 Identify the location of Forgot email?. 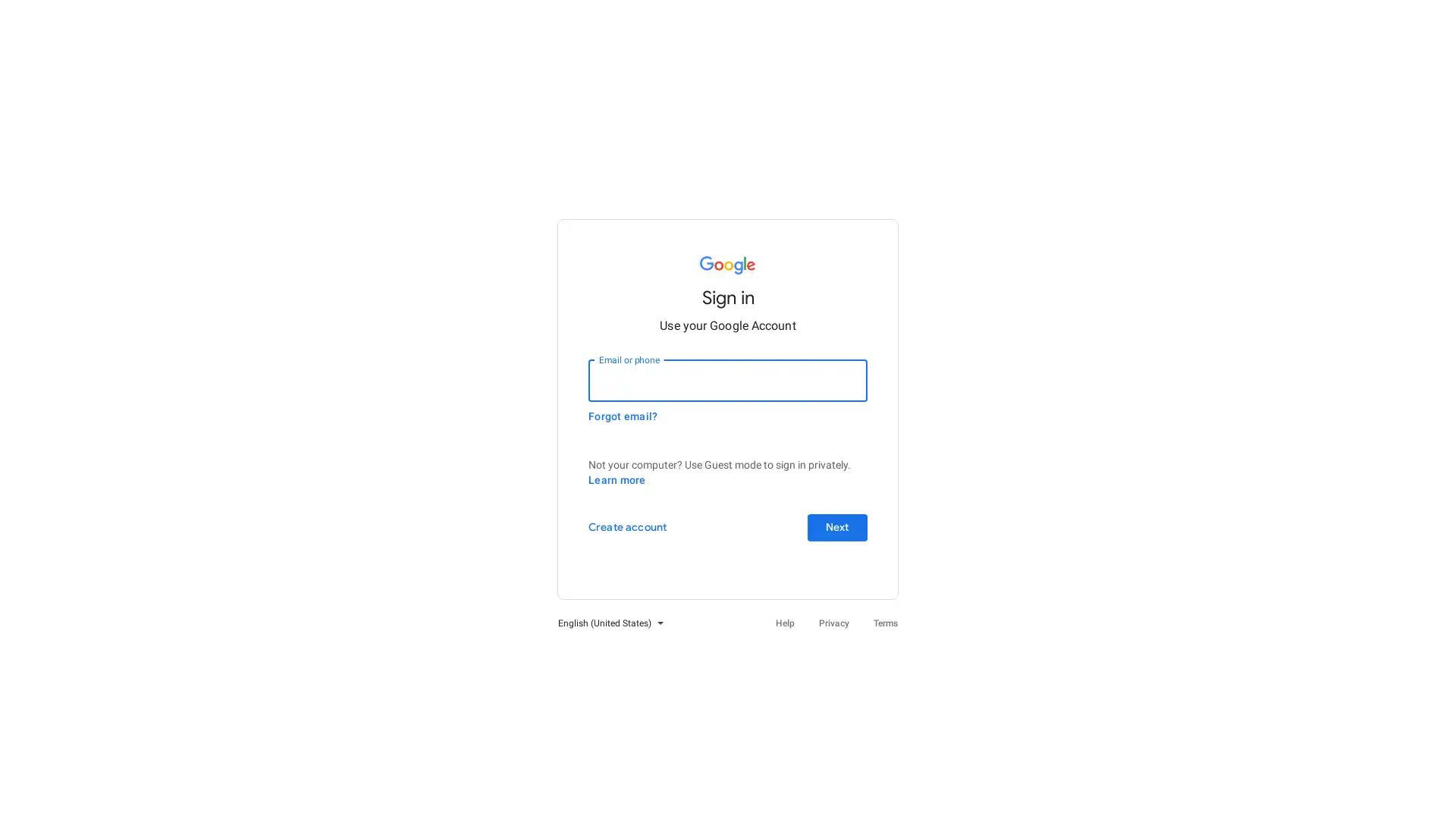
(623, 415).